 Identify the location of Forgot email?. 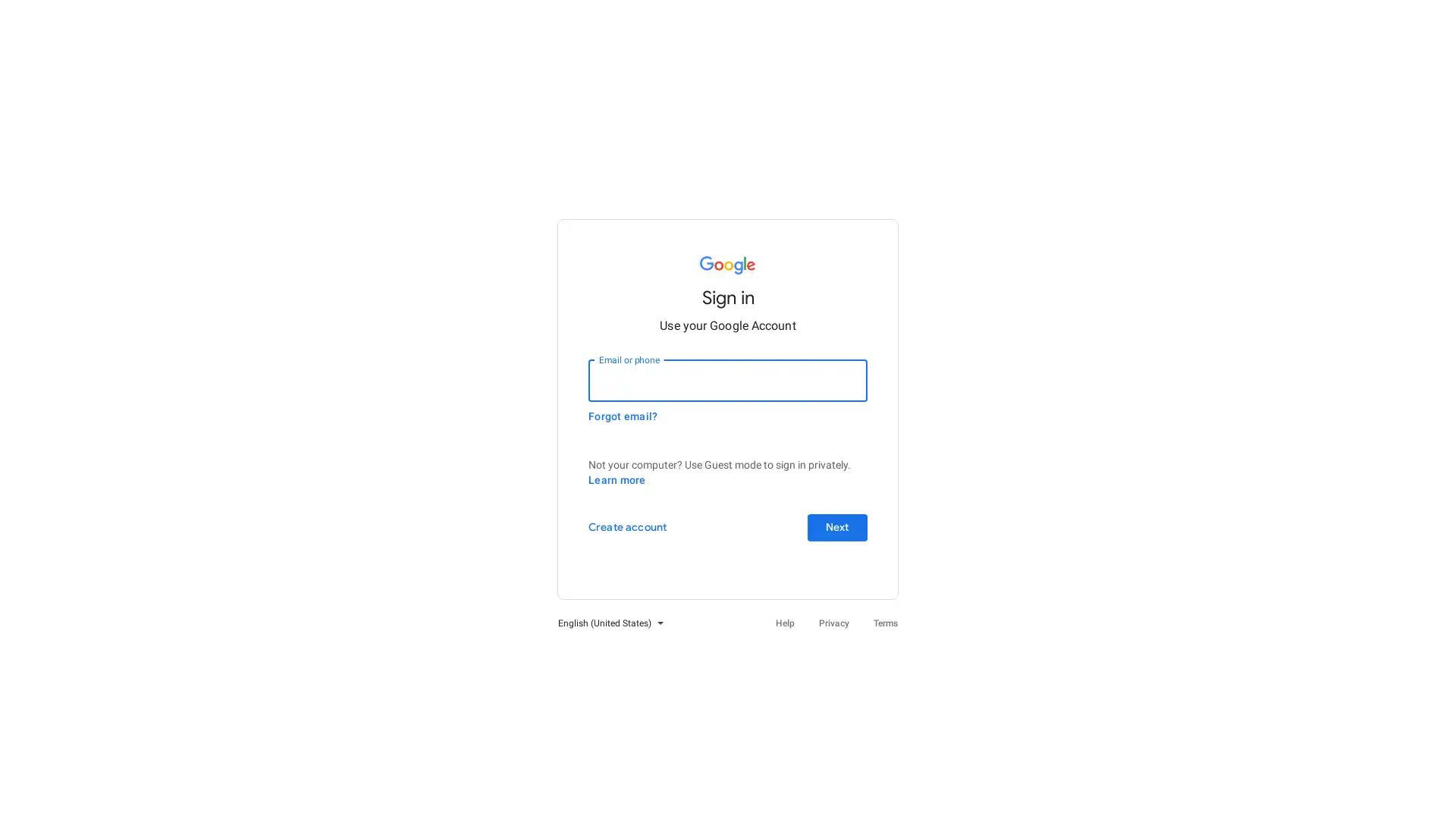
(623, 415).